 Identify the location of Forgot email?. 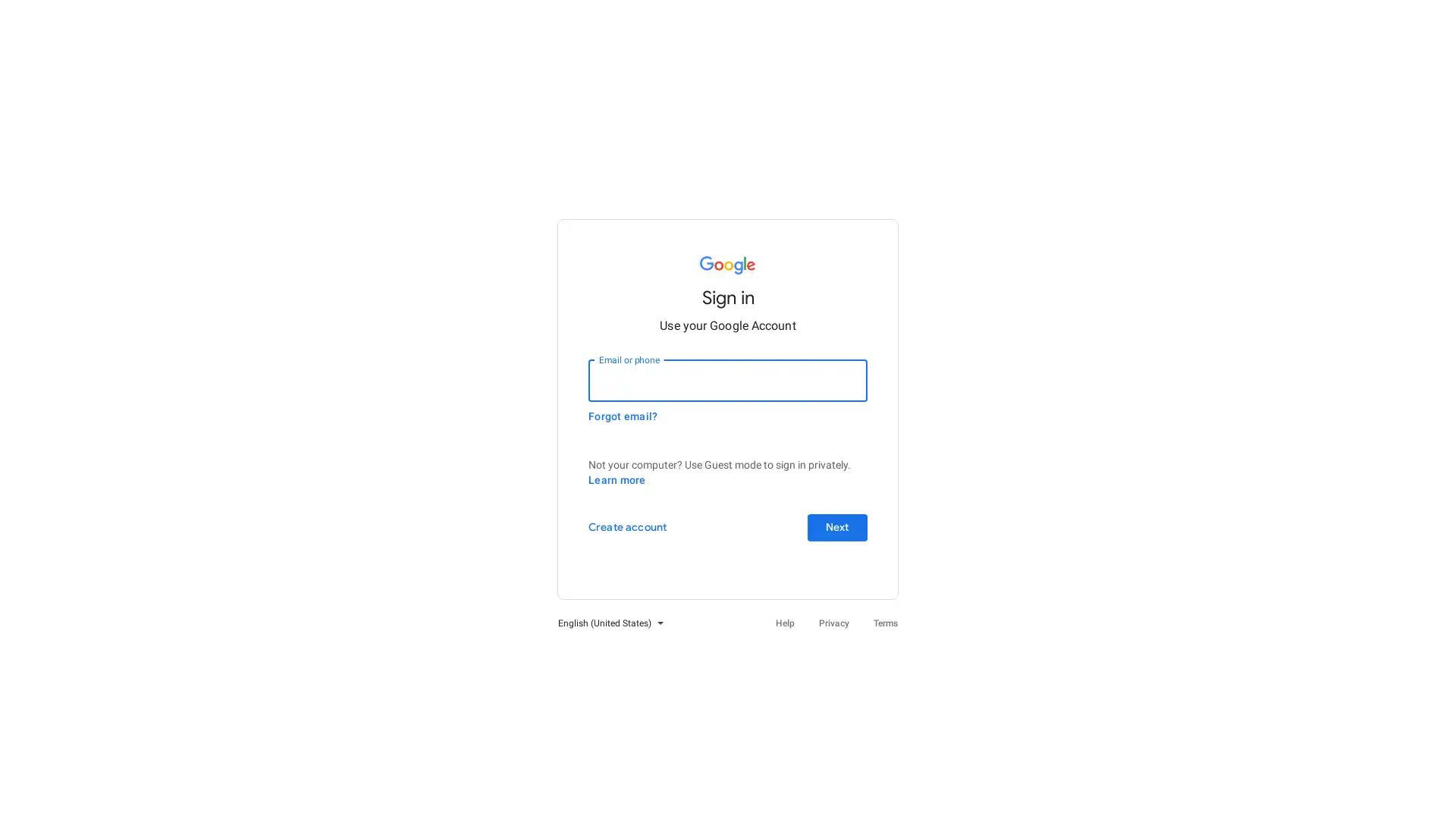
(623, 415).